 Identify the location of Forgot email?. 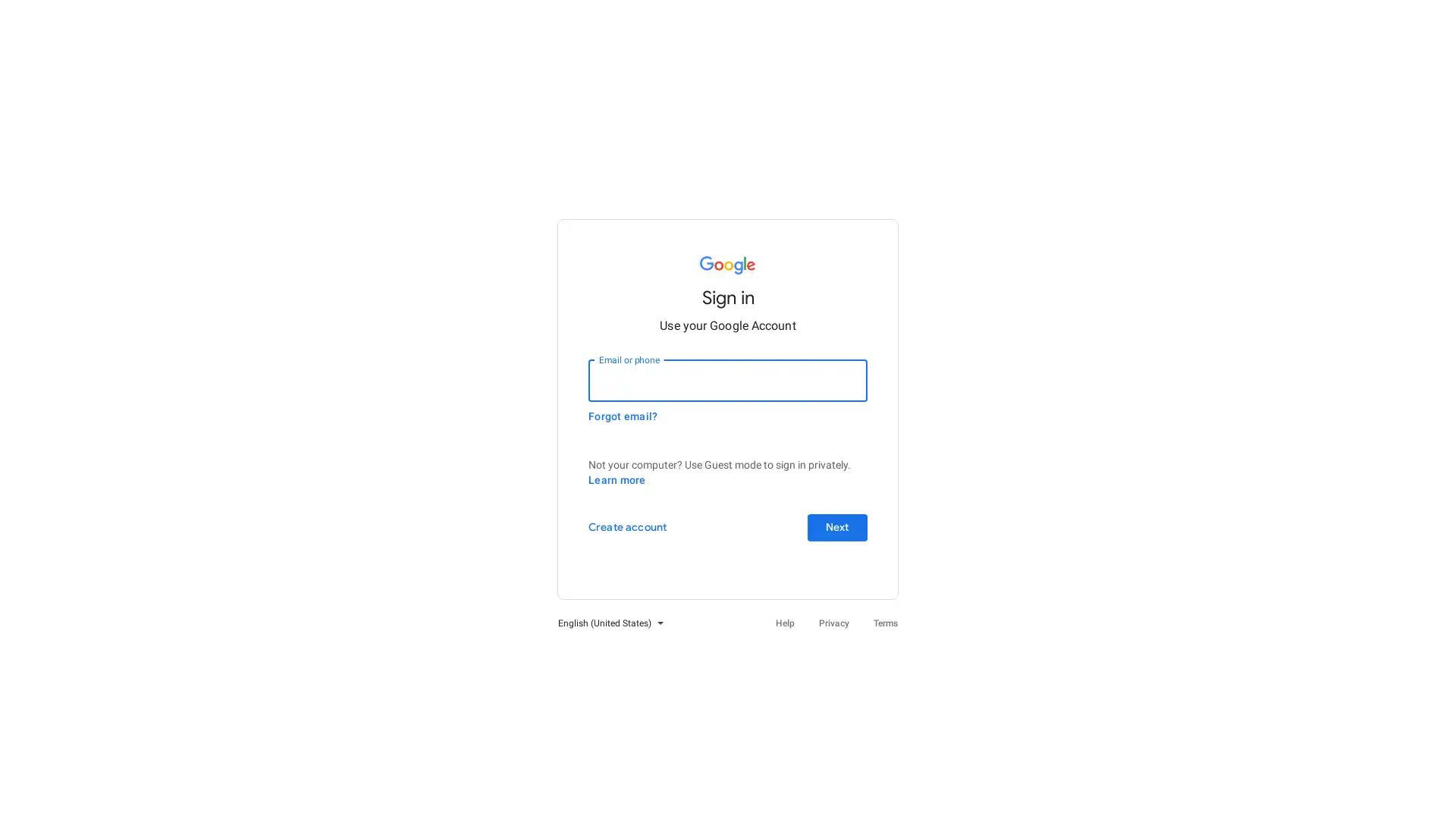
(623, 415).